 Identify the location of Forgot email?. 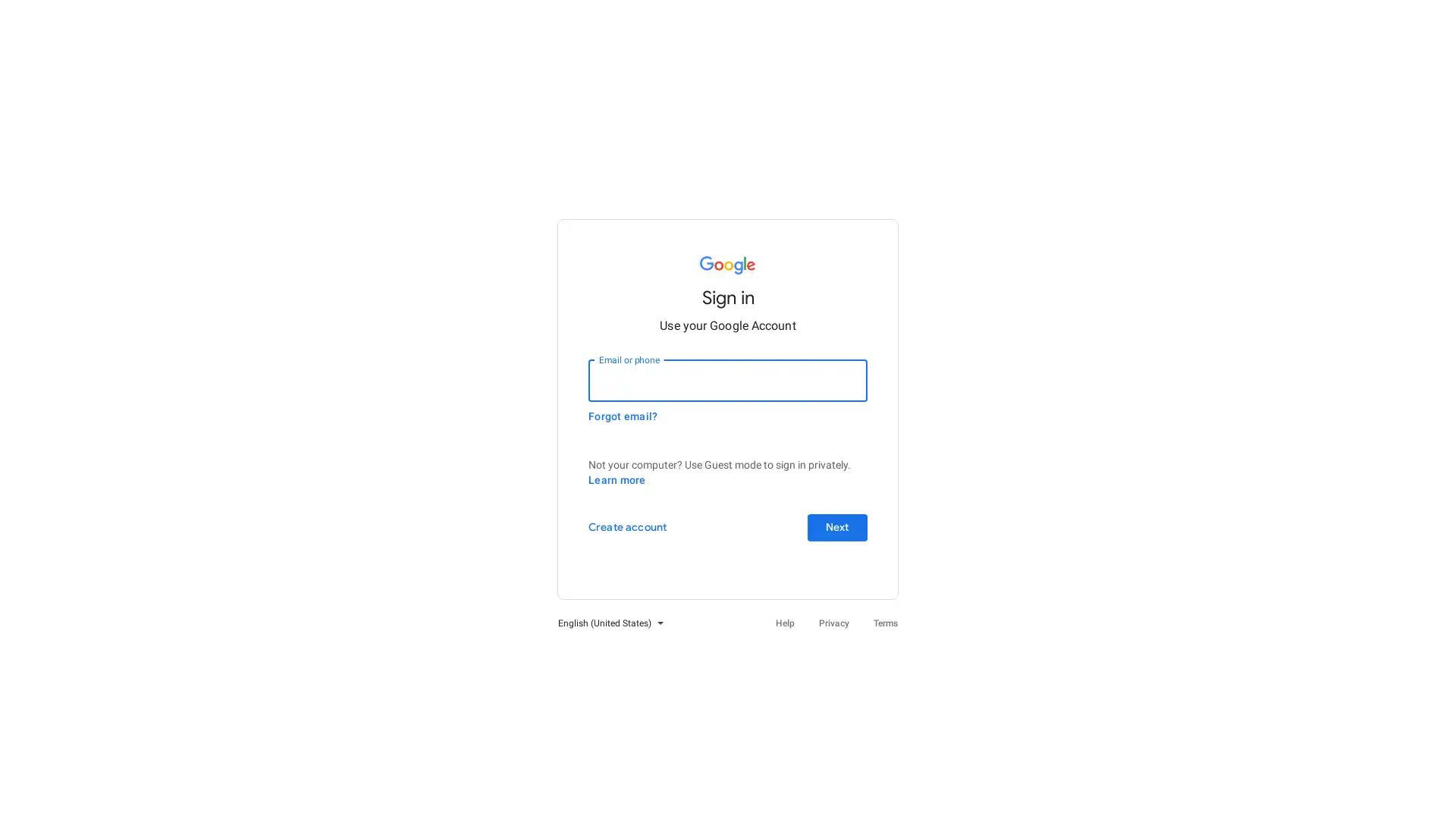
(623, 415).